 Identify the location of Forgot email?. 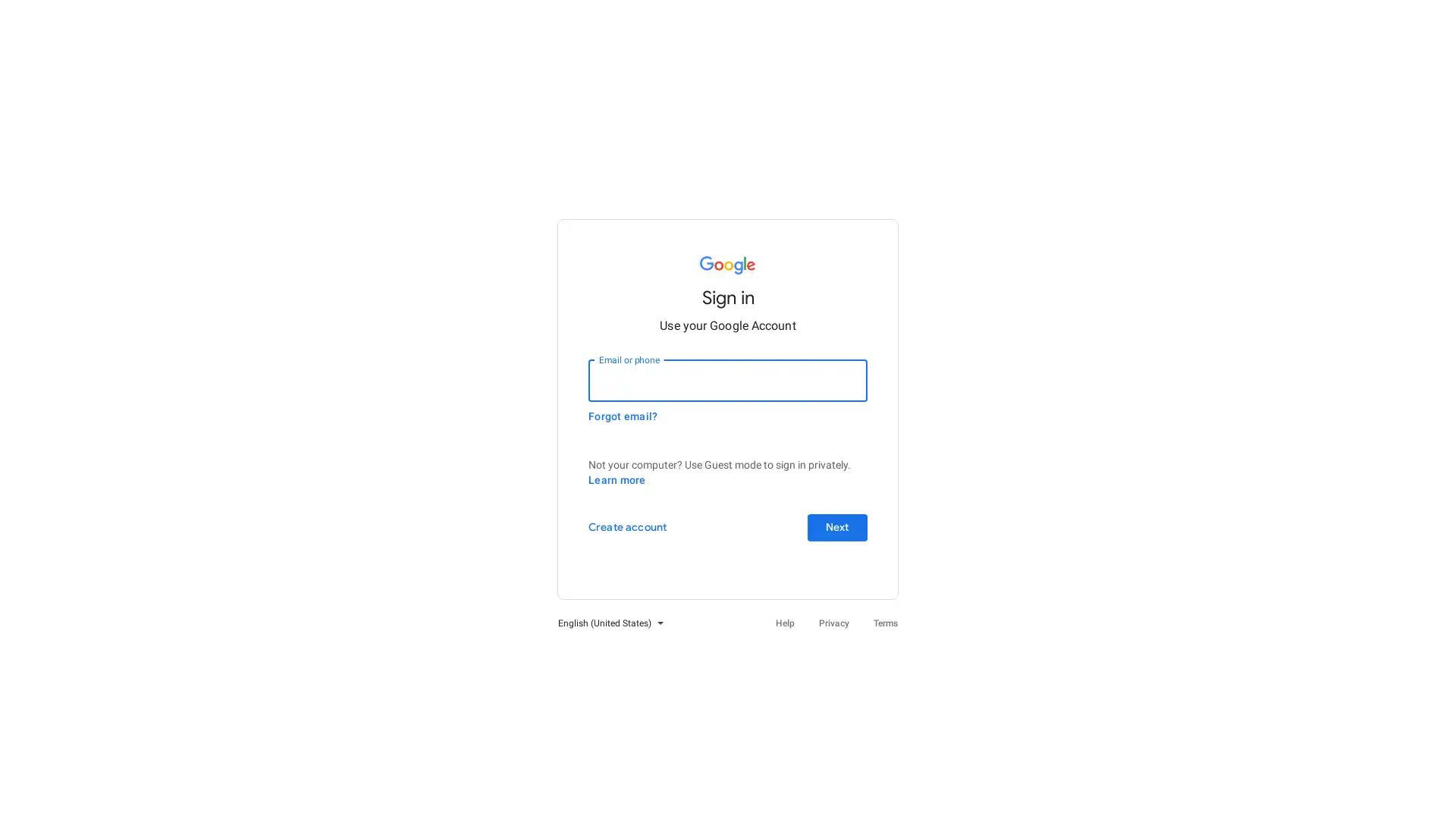
(623, 415).